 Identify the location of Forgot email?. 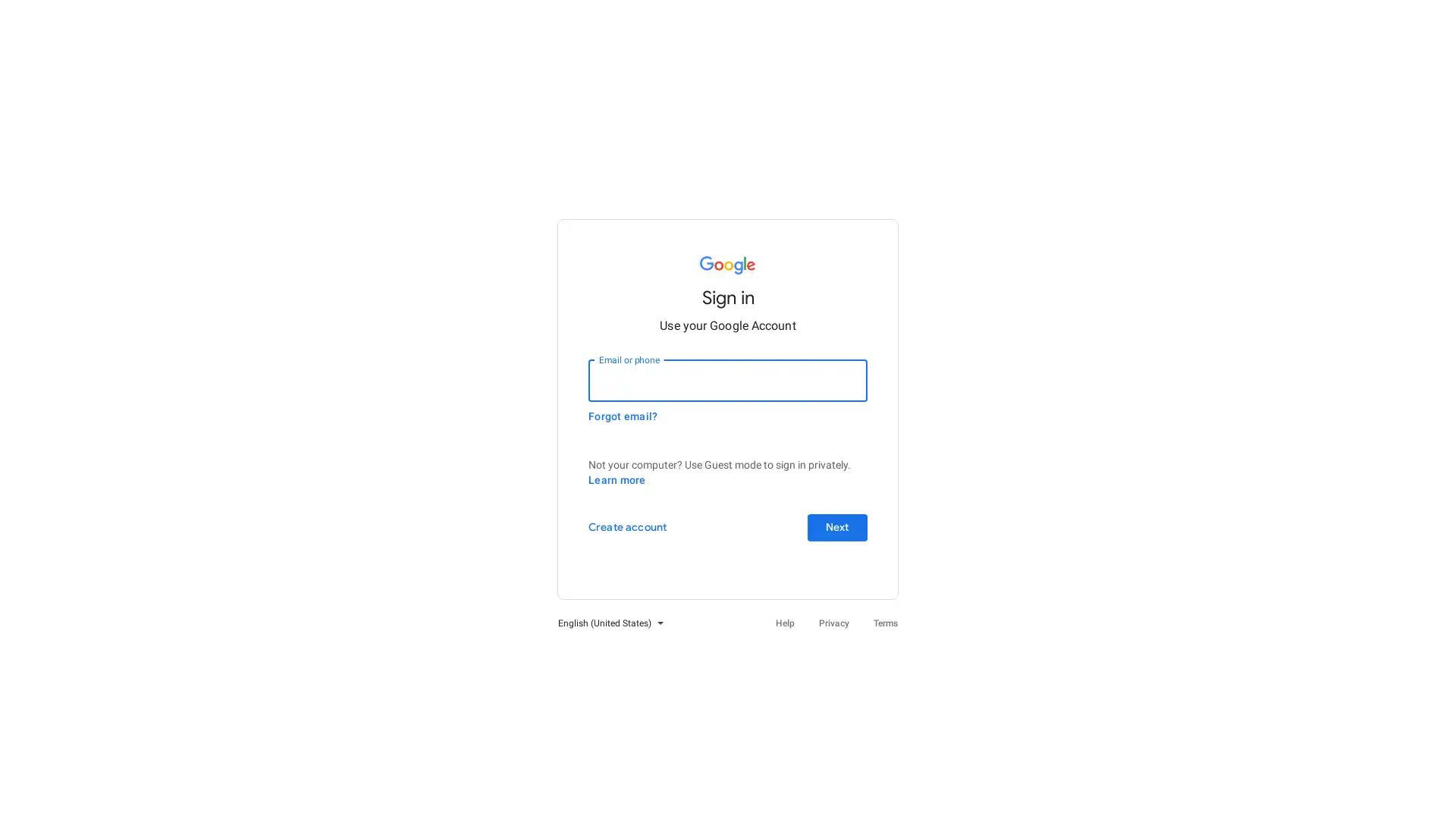
(623, 415).